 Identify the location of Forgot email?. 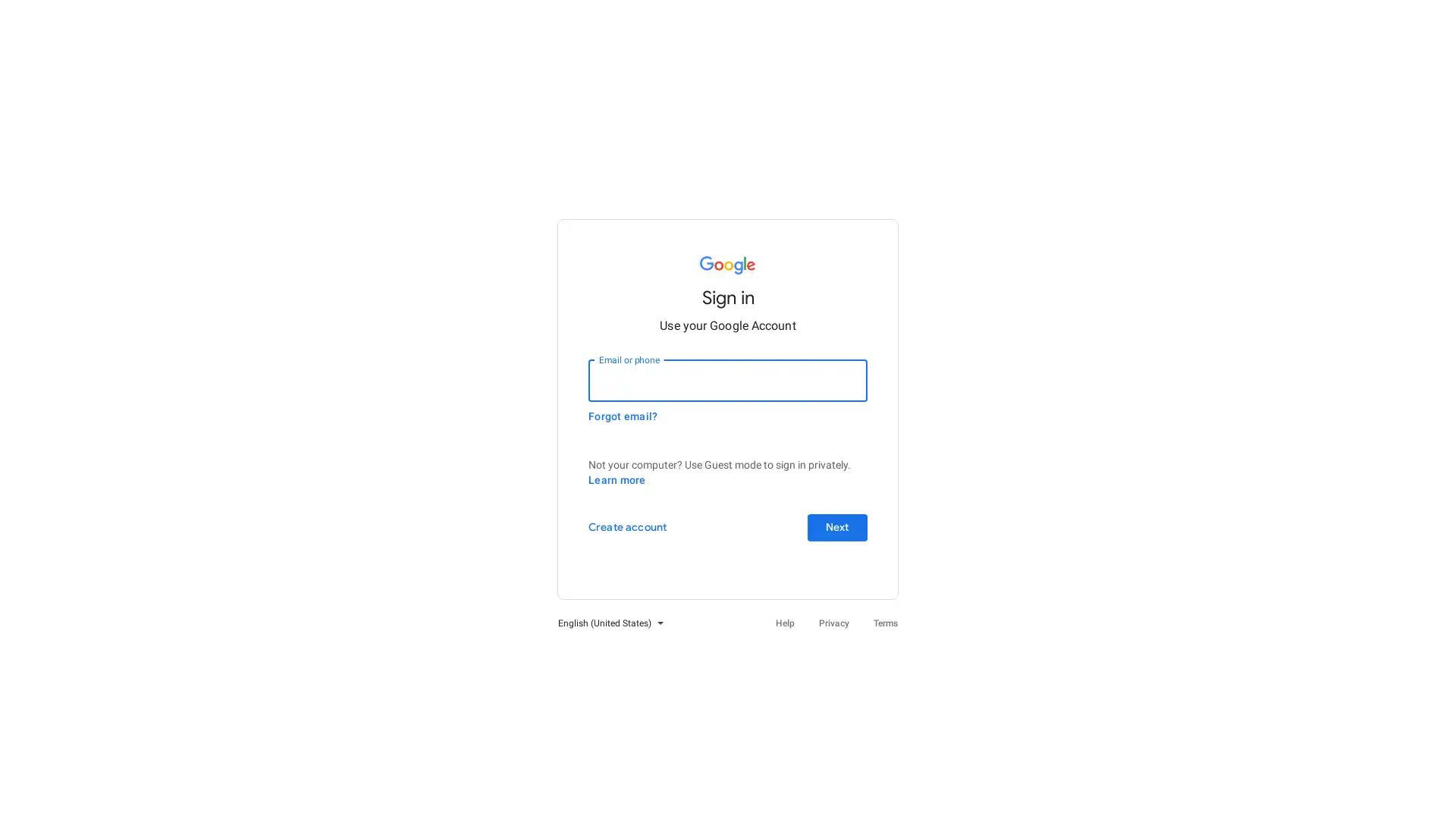
(623, 415).